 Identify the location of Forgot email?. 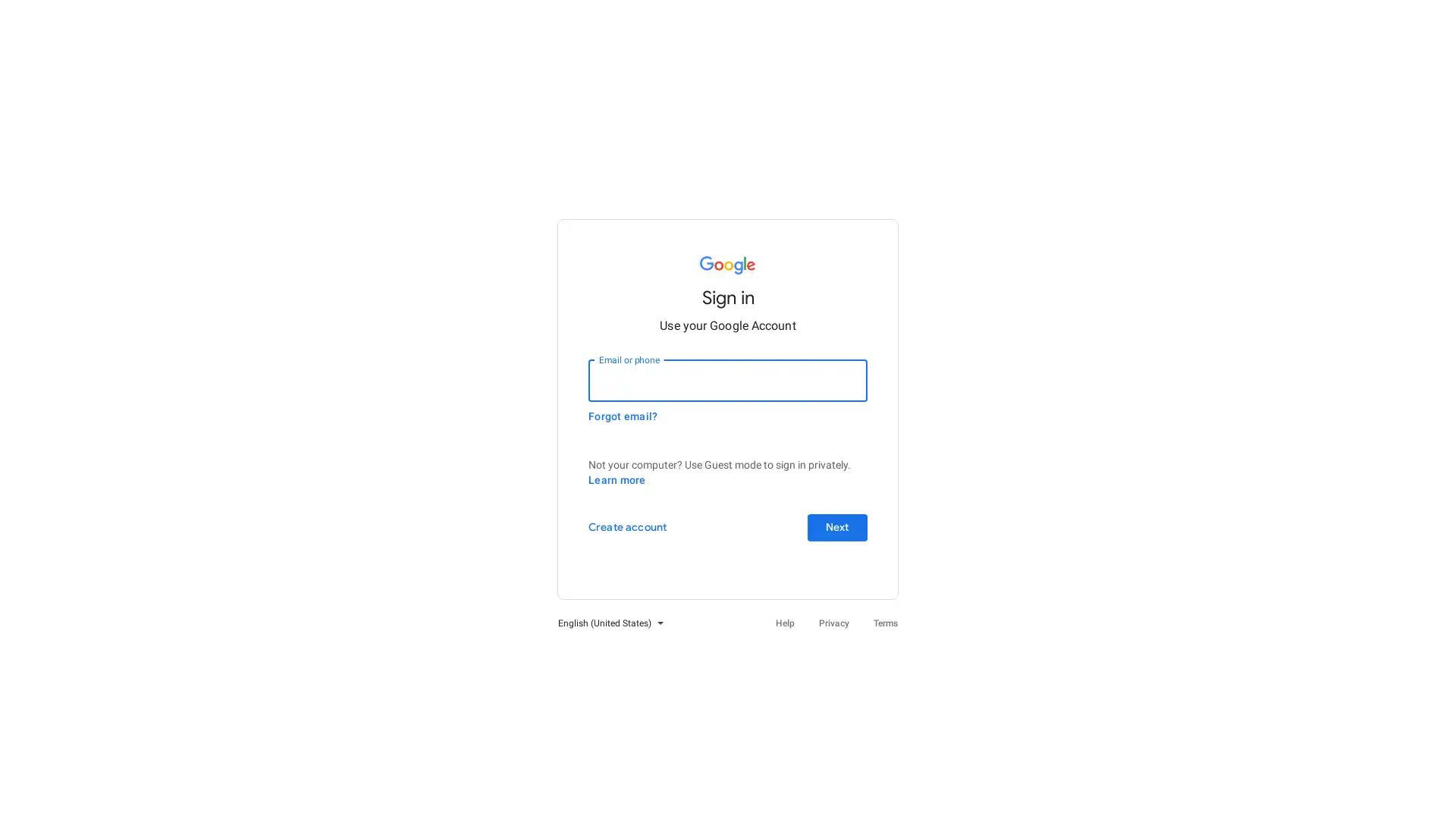
(623, 415).